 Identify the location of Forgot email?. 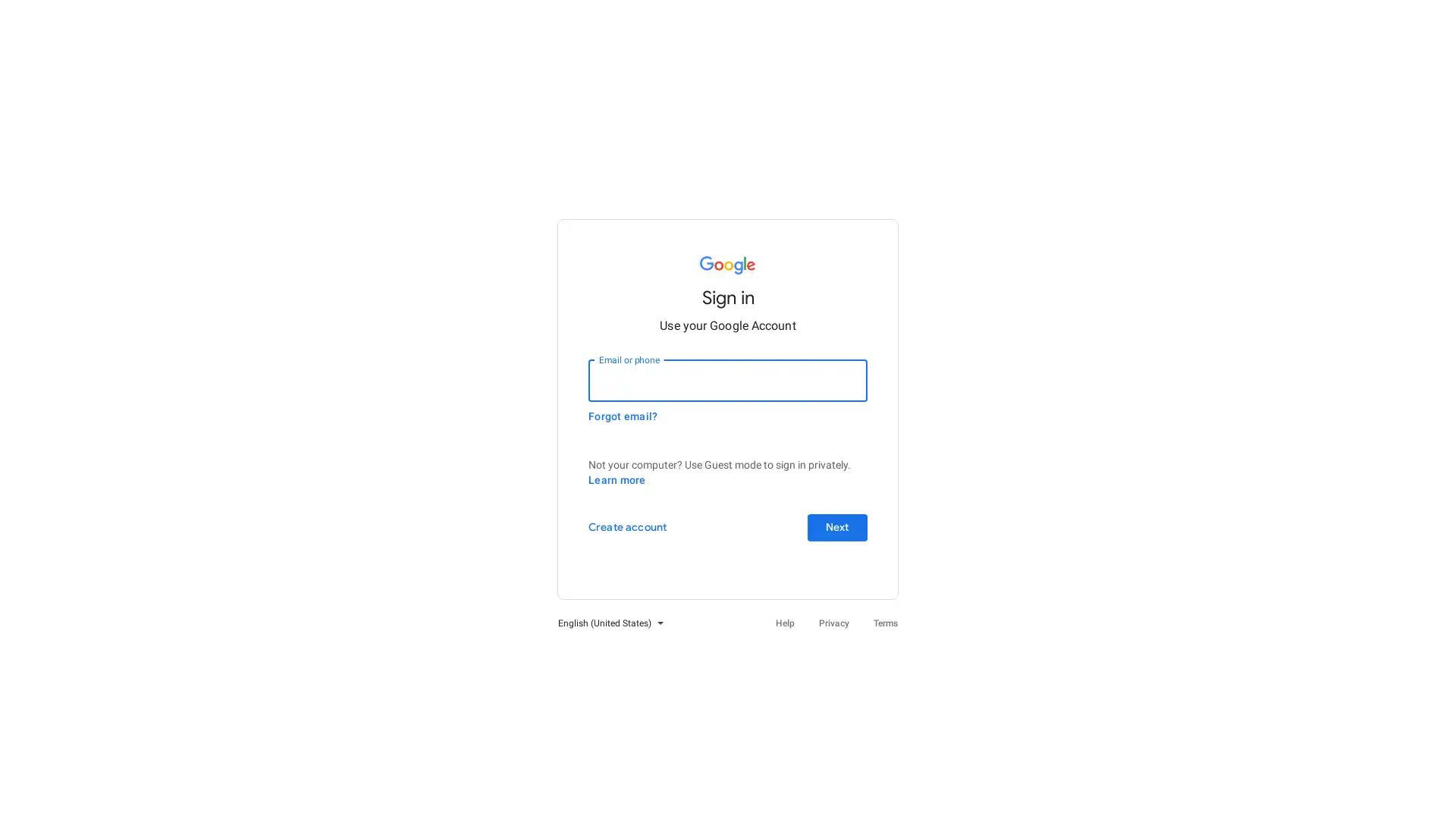
(623, 415).